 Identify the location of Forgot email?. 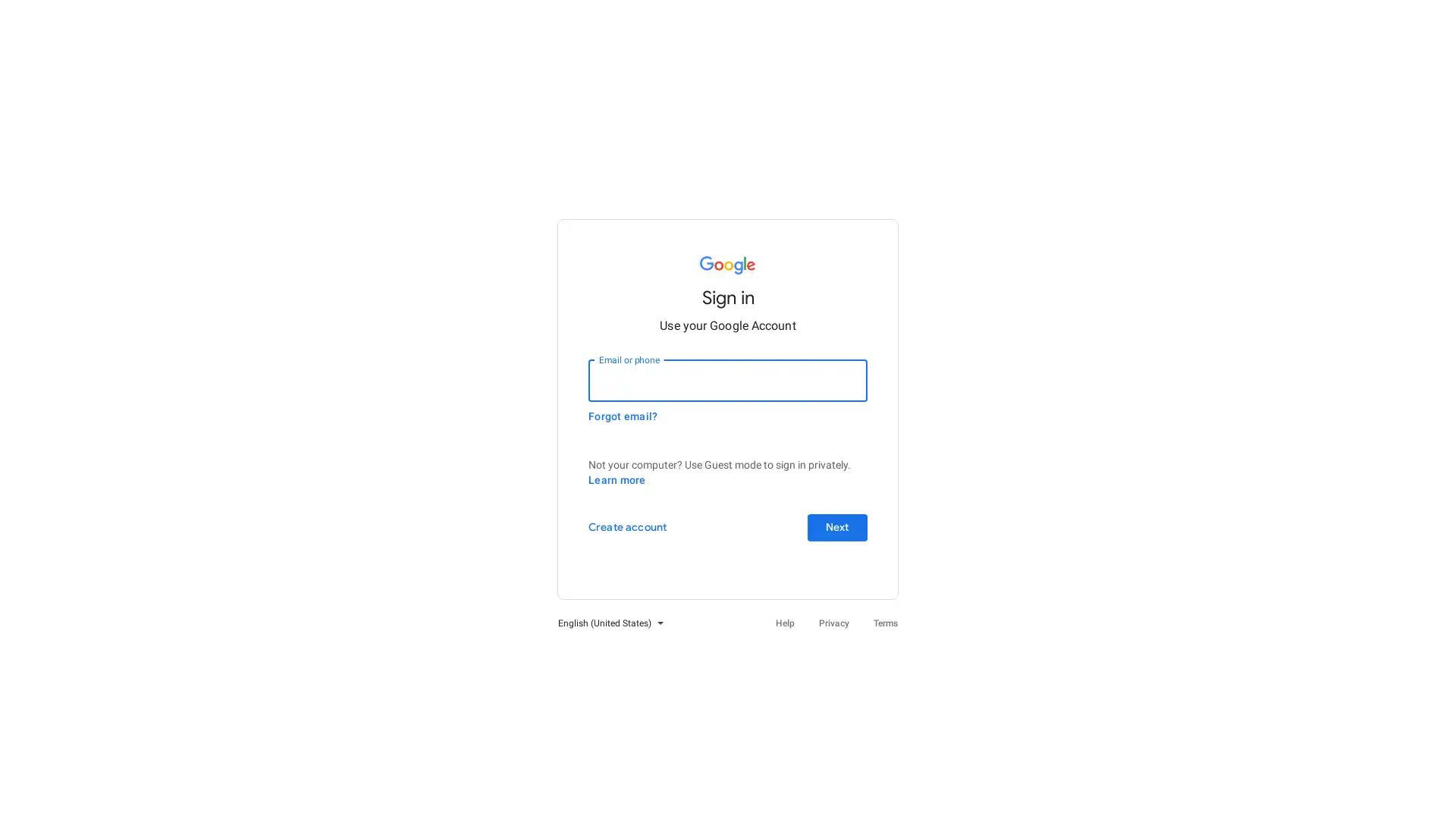
(623, 415).